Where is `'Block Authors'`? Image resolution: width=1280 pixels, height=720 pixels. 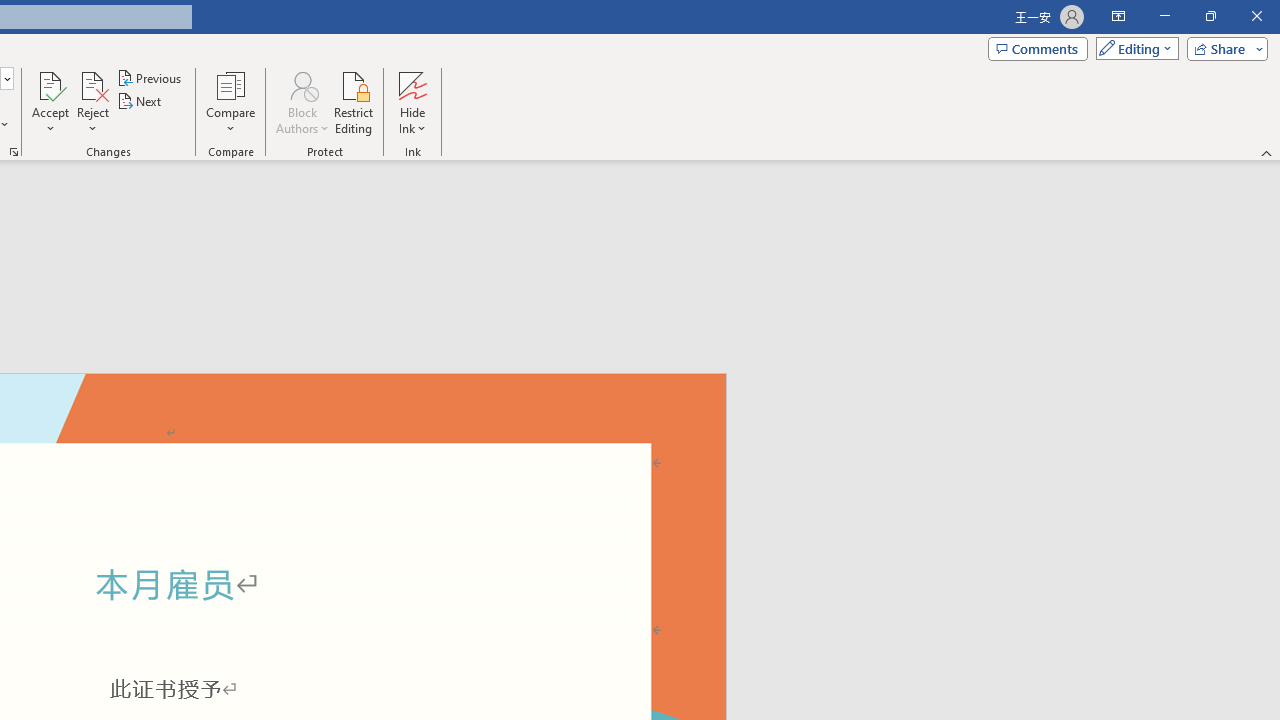 'Block Authors' is located at coordinates (301, 103).